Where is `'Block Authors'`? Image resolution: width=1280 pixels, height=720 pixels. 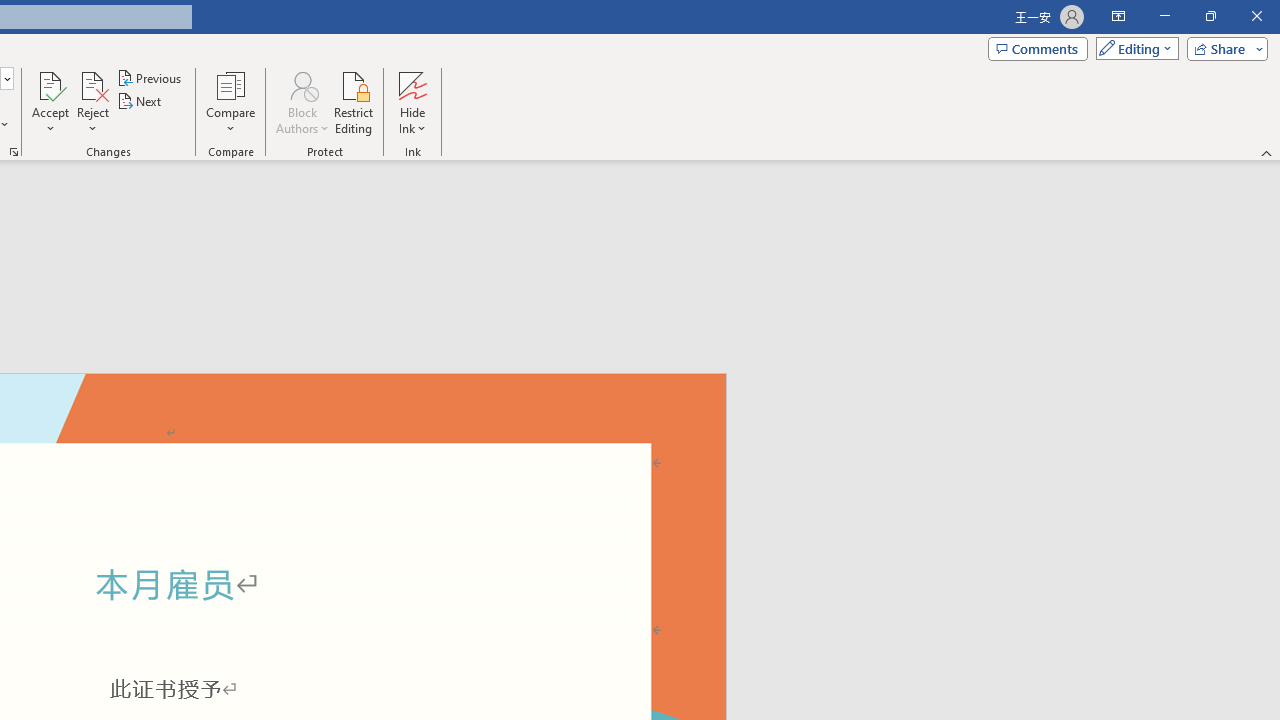 'Block Authors' is located at coordinates (301, 103).